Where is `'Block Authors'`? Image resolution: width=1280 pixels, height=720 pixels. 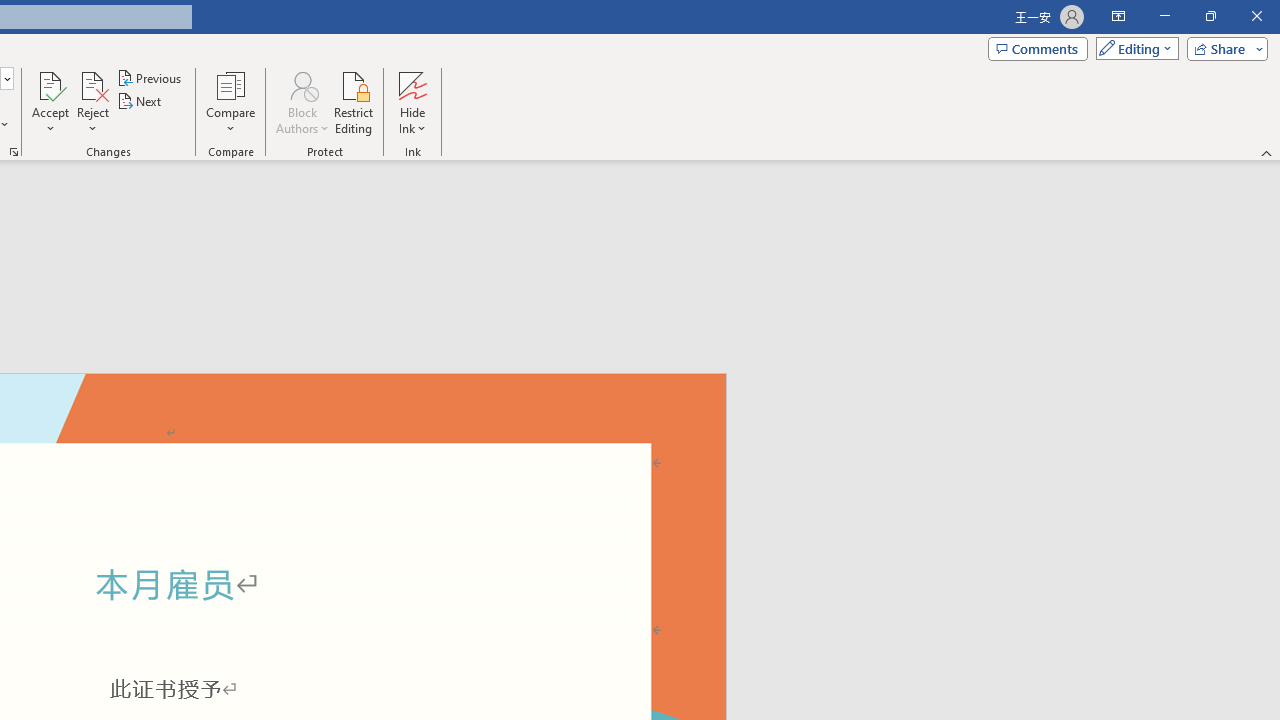 'Block Authors' is located at coordinates (301, 103).